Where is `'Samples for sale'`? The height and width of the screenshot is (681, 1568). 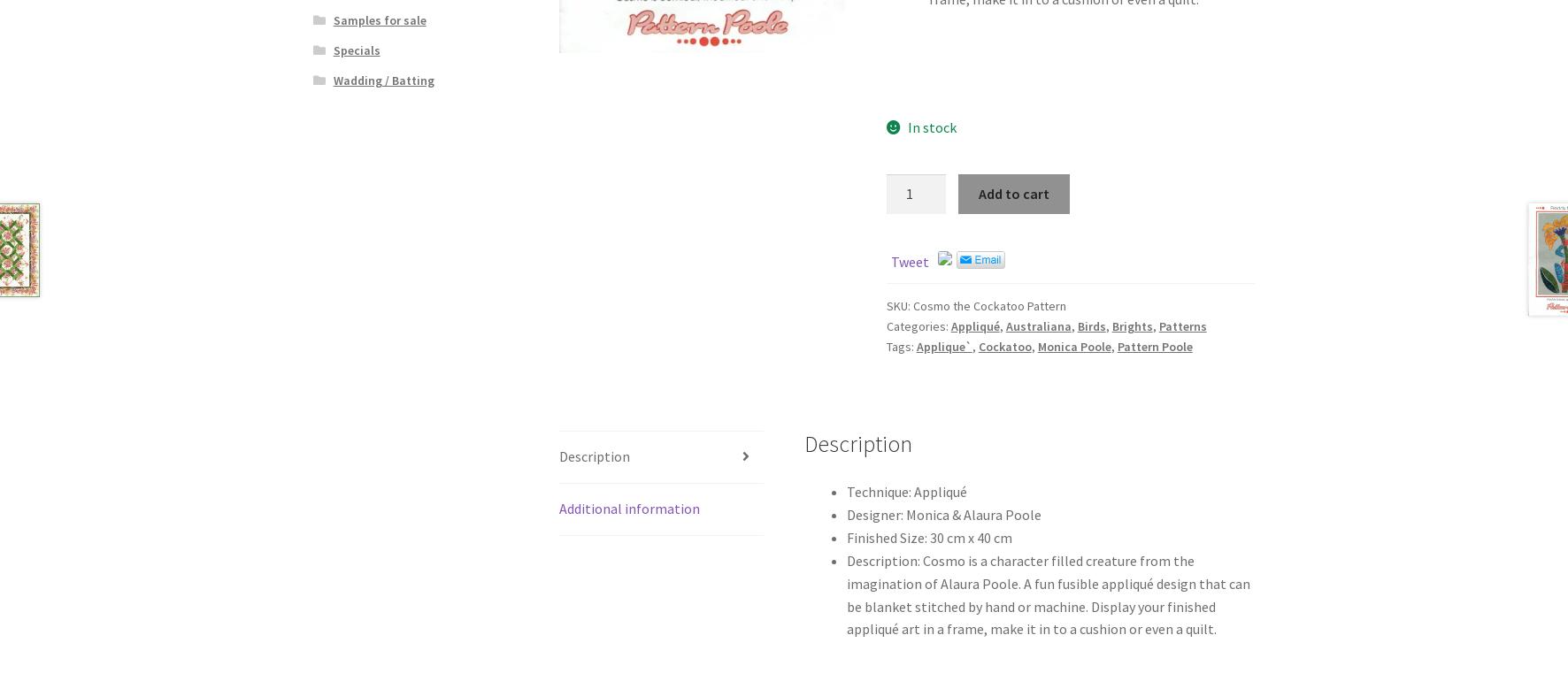
'Samples for sale' is located at coordinates (379, 19).